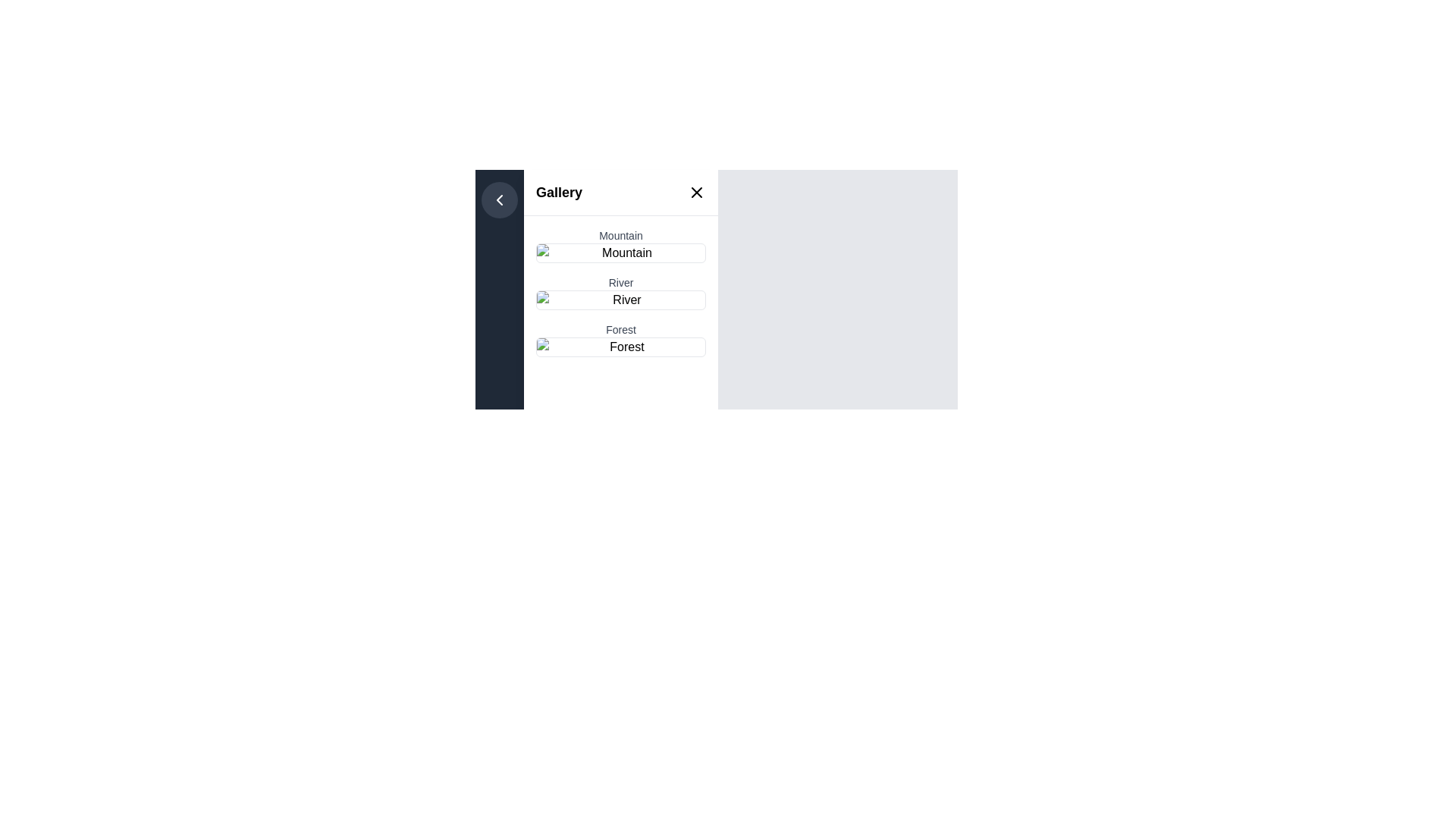  I want to click on the chevron icon located at the center of the circular button in the navigation section on the left side of the interface, so click(499, 199).